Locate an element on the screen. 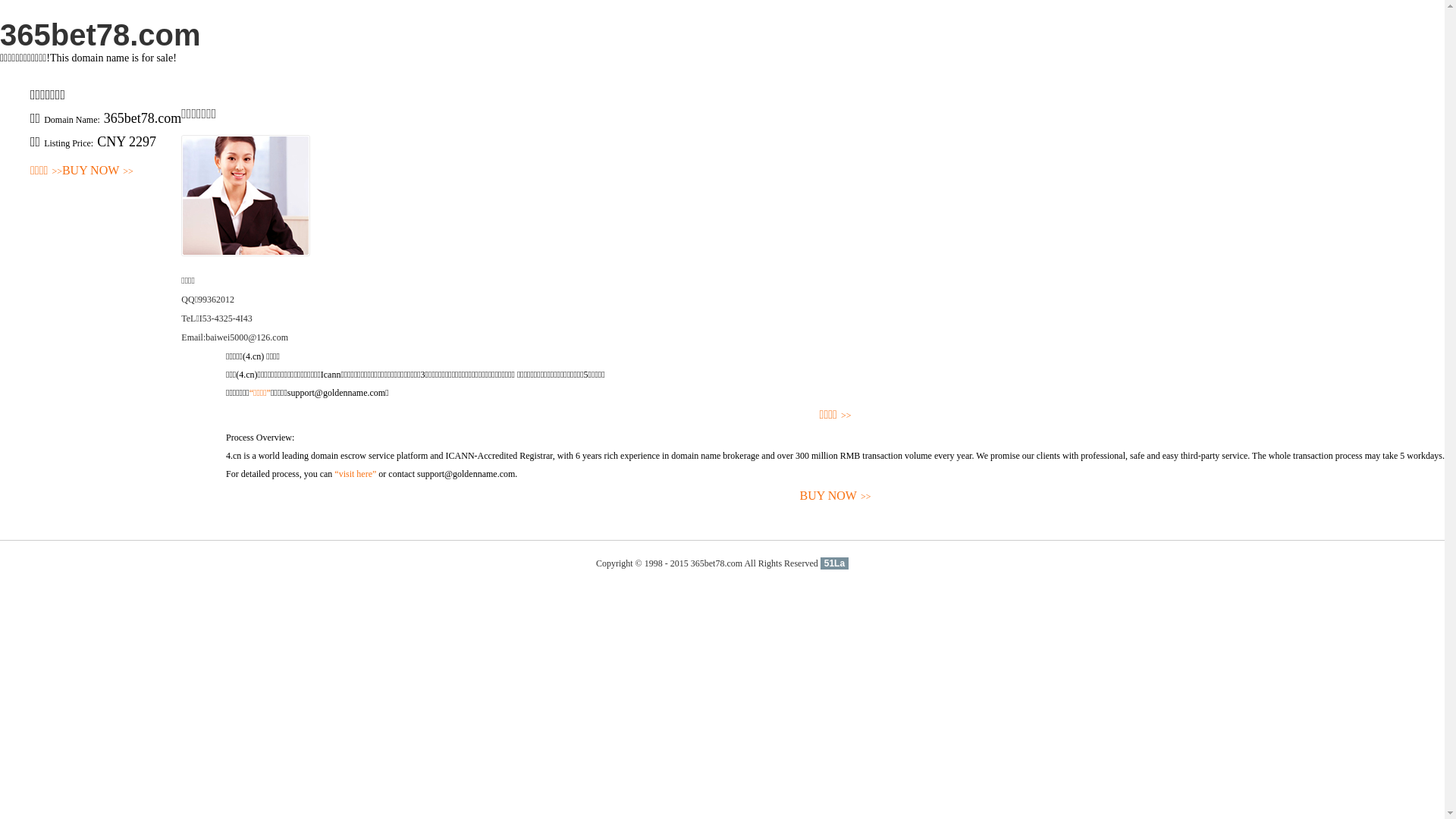  '51La' is located at coordinates (833, 563).